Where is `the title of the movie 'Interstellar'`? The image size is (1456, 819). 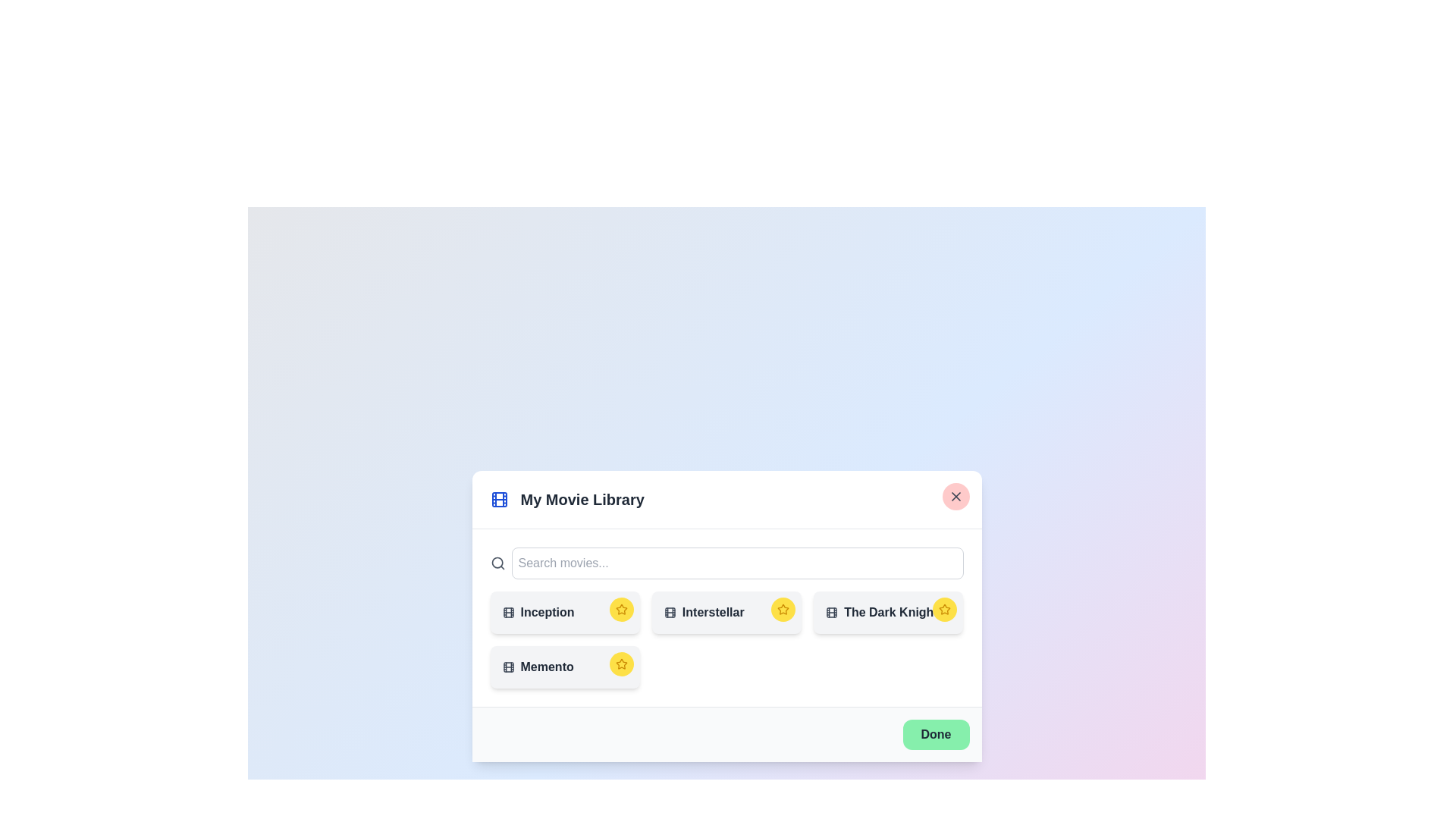 the title of the movie 'Interstellar' is located at coordinates (726, 611).